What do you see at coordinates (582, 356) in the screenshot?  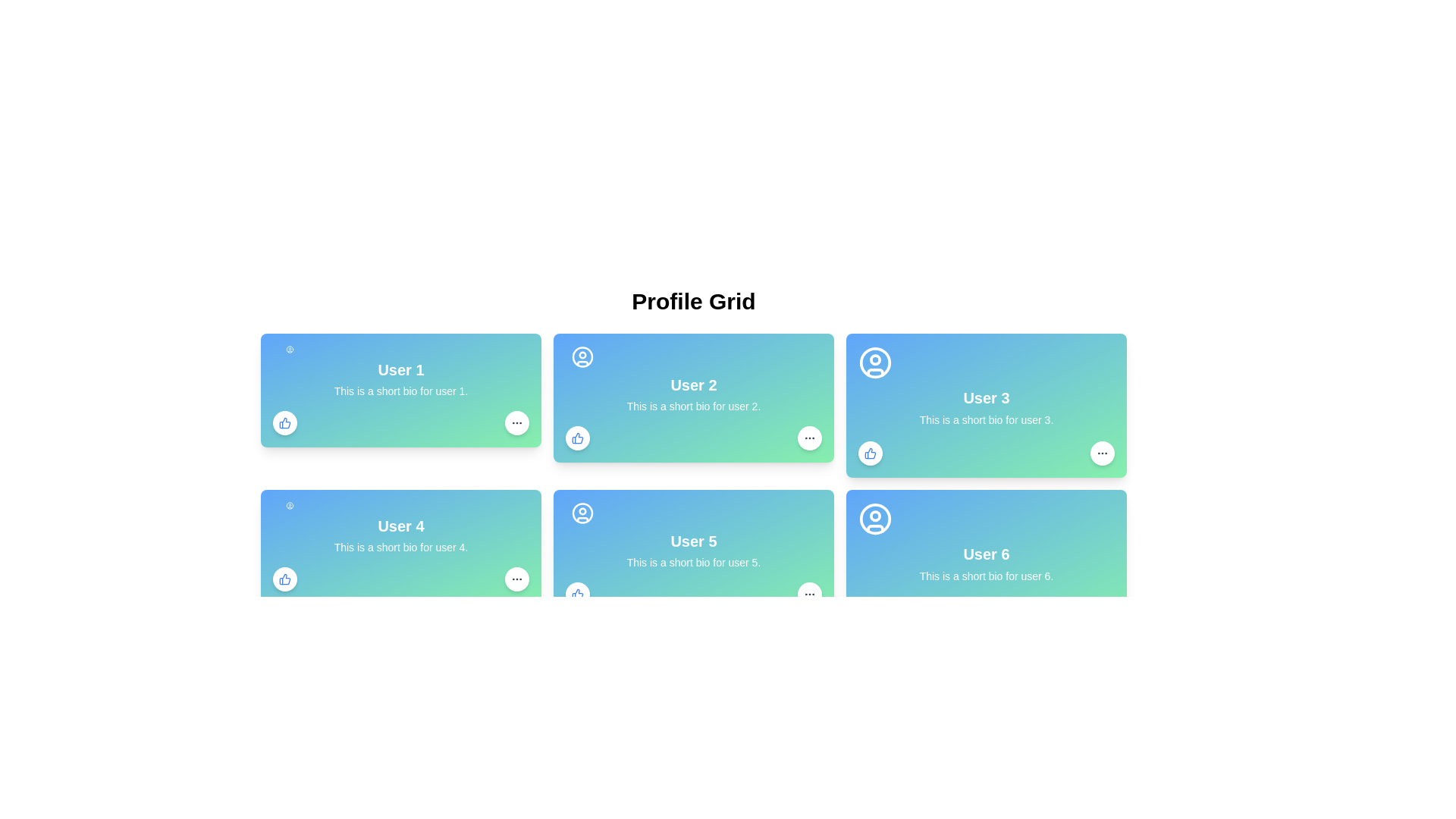 I see `the circular vector graphic representing the user profile` at bounding box center [582, 356].